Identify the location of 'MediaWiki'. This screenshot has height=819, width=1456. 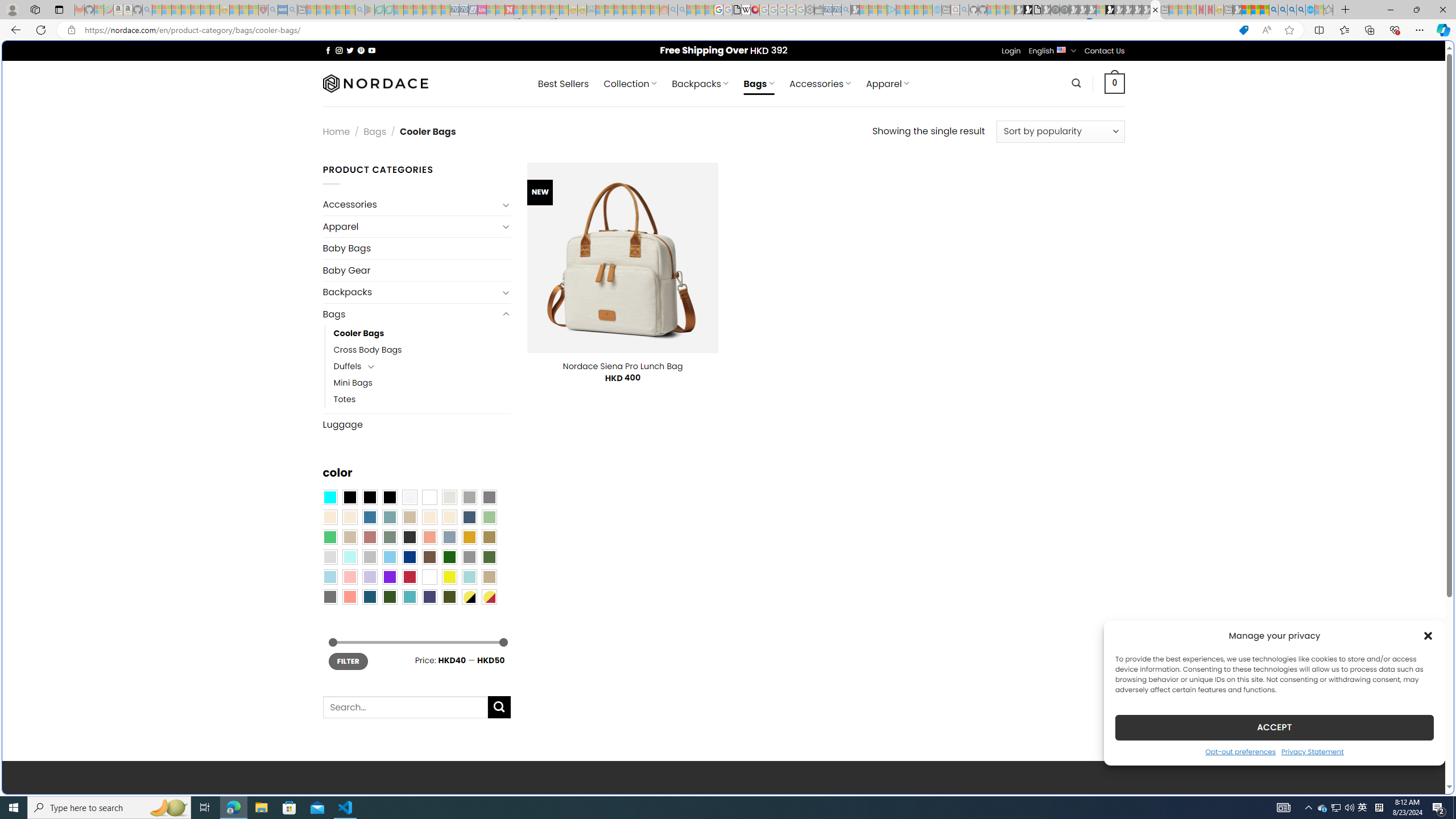
(754, 9).